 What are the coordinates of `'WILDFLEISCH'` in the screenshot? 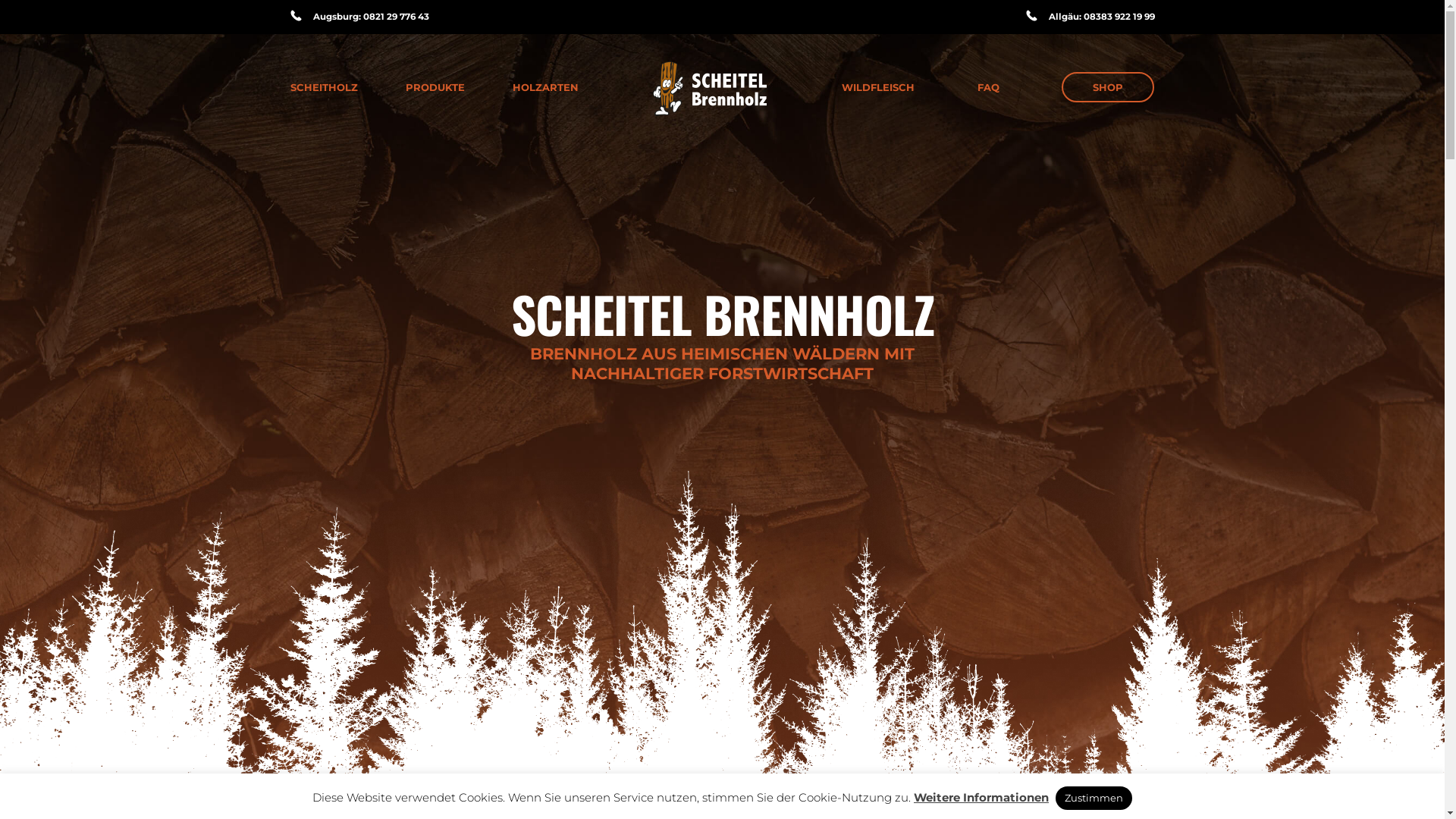 It's located at (877, 87).